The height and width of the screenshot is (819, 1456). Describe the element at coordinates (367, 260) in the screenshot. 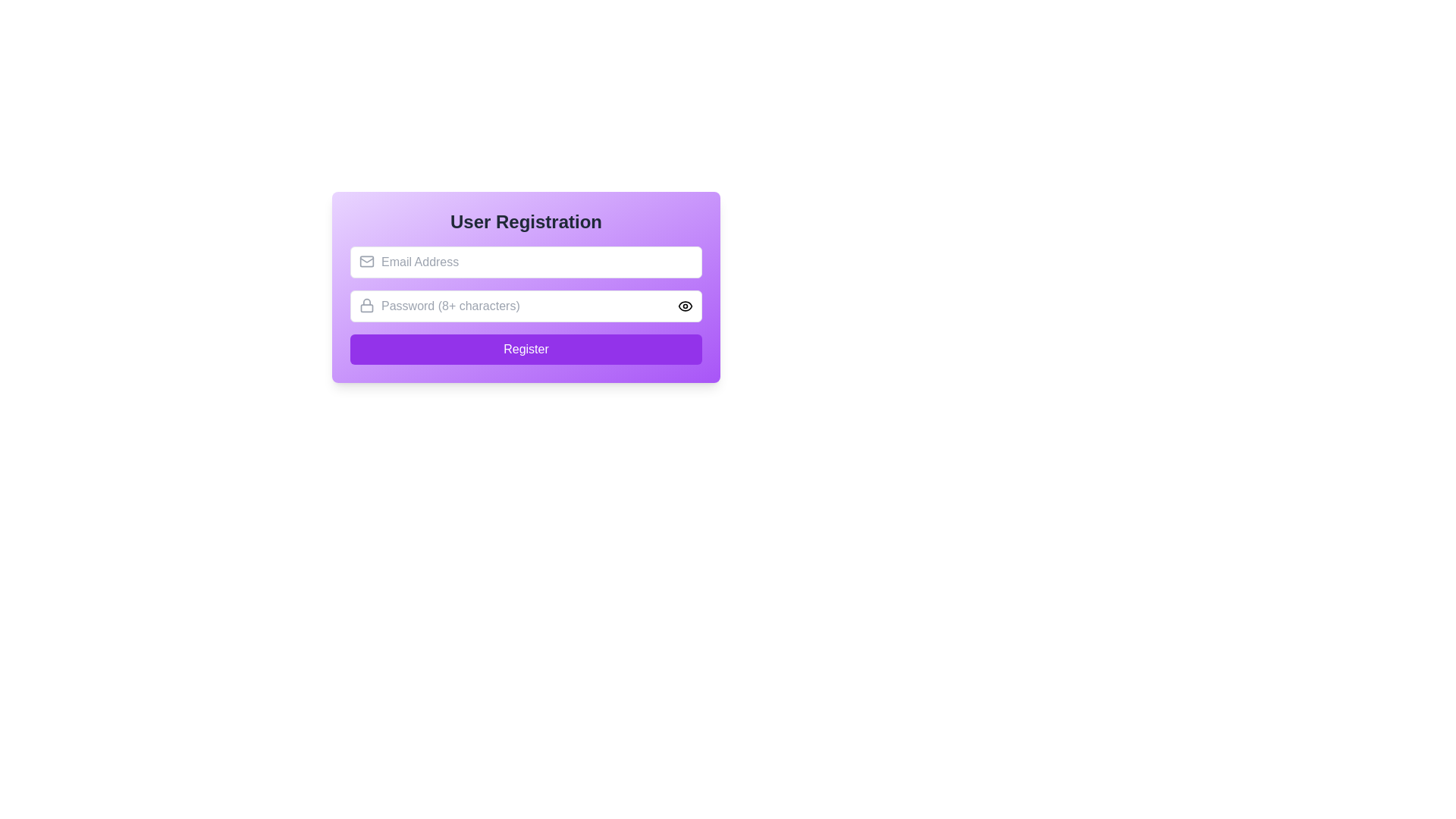

I see `the envelope-shaped icon associated with email in the registration form, located at the left edge of the email input field` at that location.